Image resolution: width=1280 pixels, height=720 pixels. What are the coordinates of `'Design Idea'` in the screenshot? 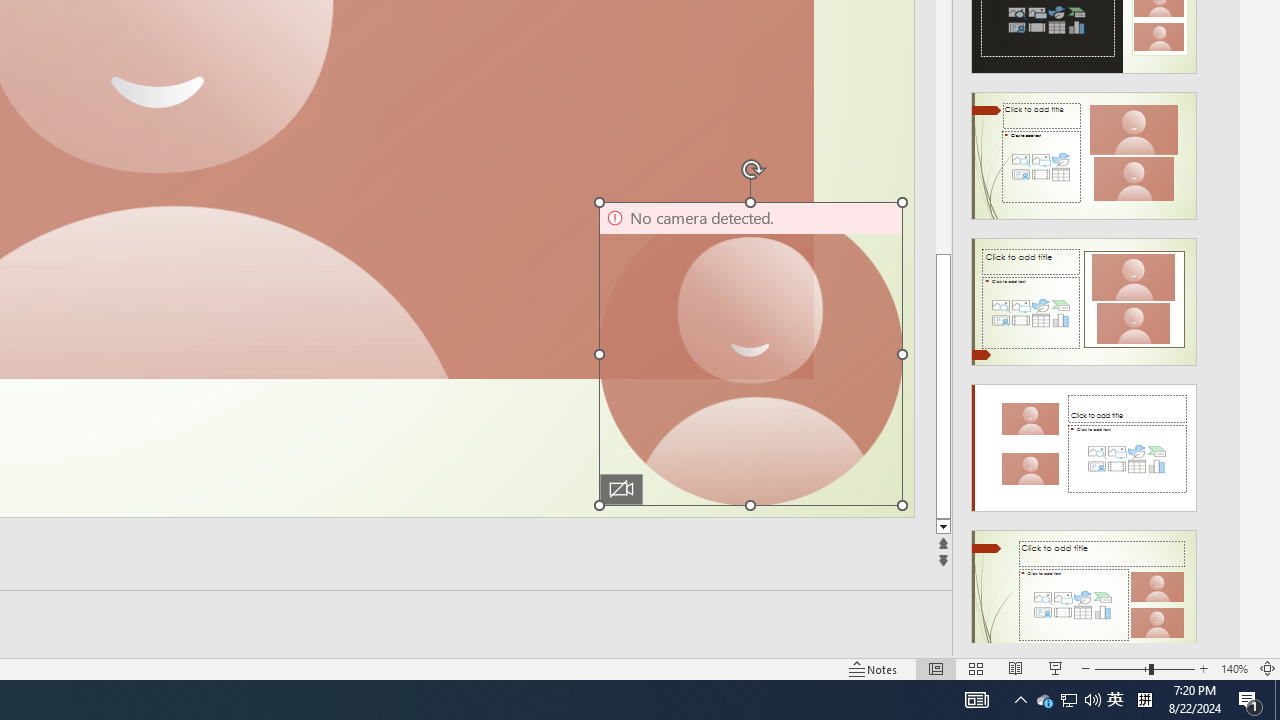 It's located at (1083, 586).